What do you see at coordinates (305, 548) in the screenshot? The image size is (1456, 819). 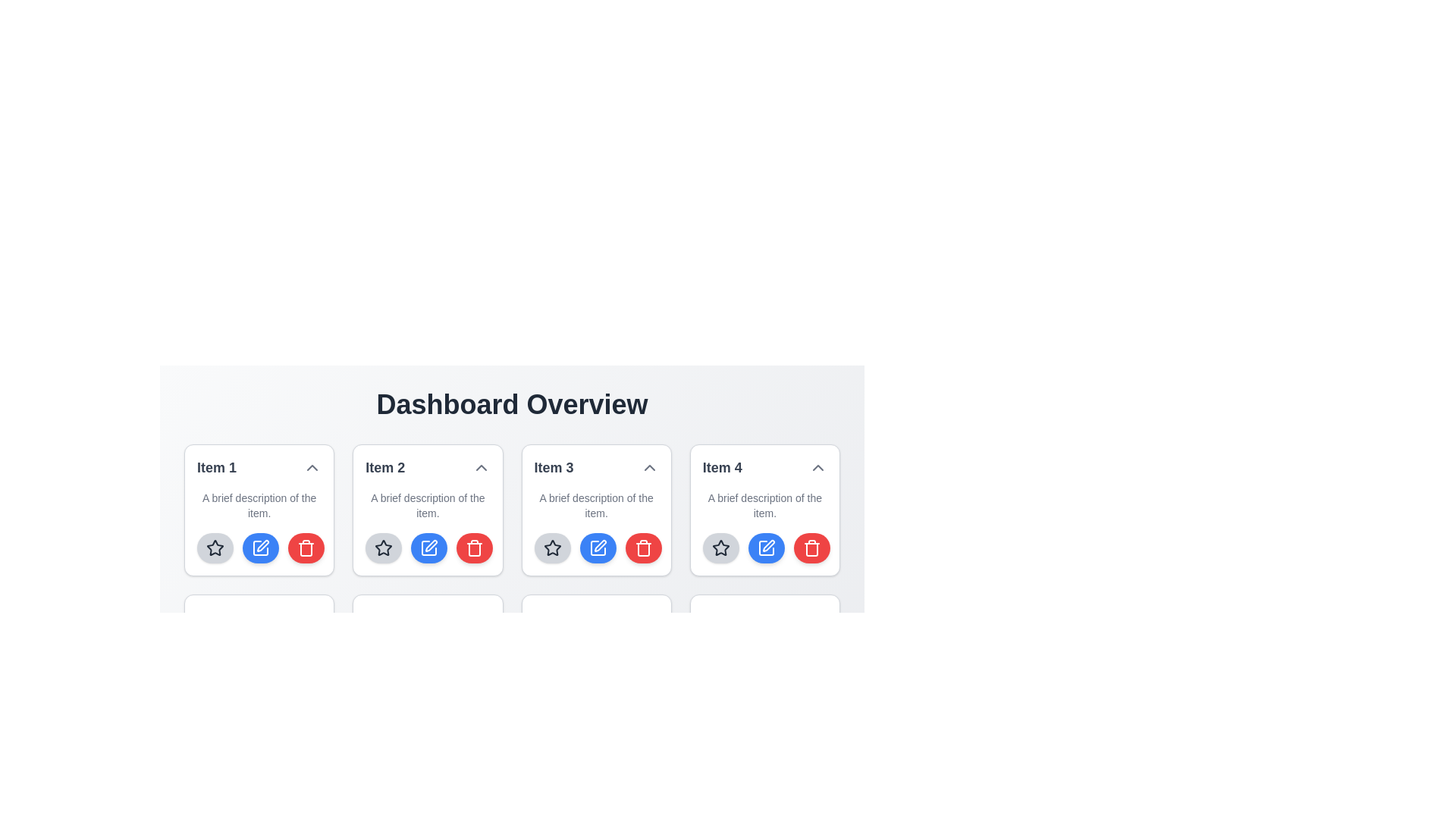 I see `the trash icon button located at the bottom center of the second card labeled 'Item 2'` at bounding box center [305, 548].